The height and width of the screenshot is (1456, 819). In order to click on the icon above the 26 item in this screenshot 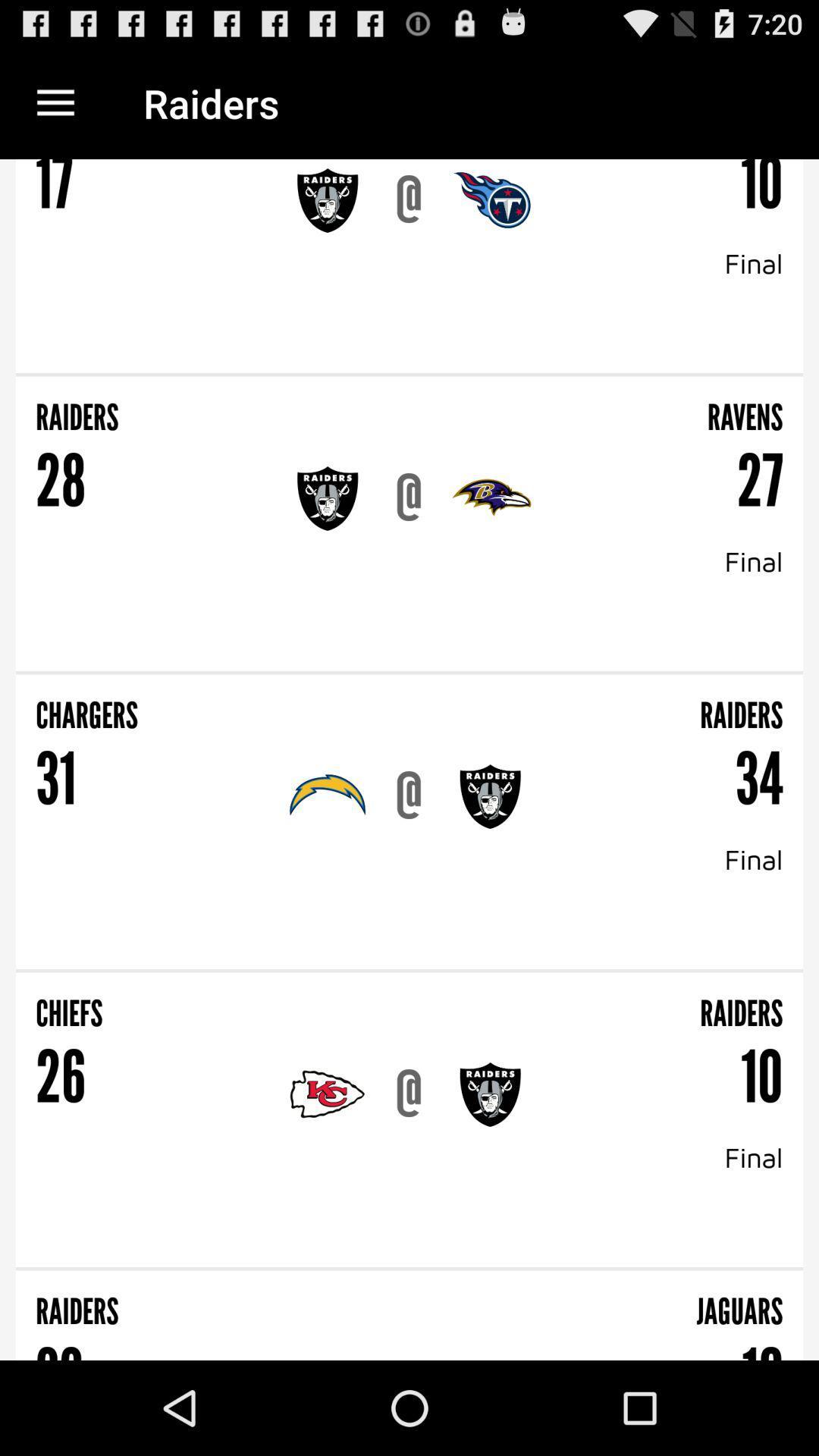, I will do `click(218, 1003)`.